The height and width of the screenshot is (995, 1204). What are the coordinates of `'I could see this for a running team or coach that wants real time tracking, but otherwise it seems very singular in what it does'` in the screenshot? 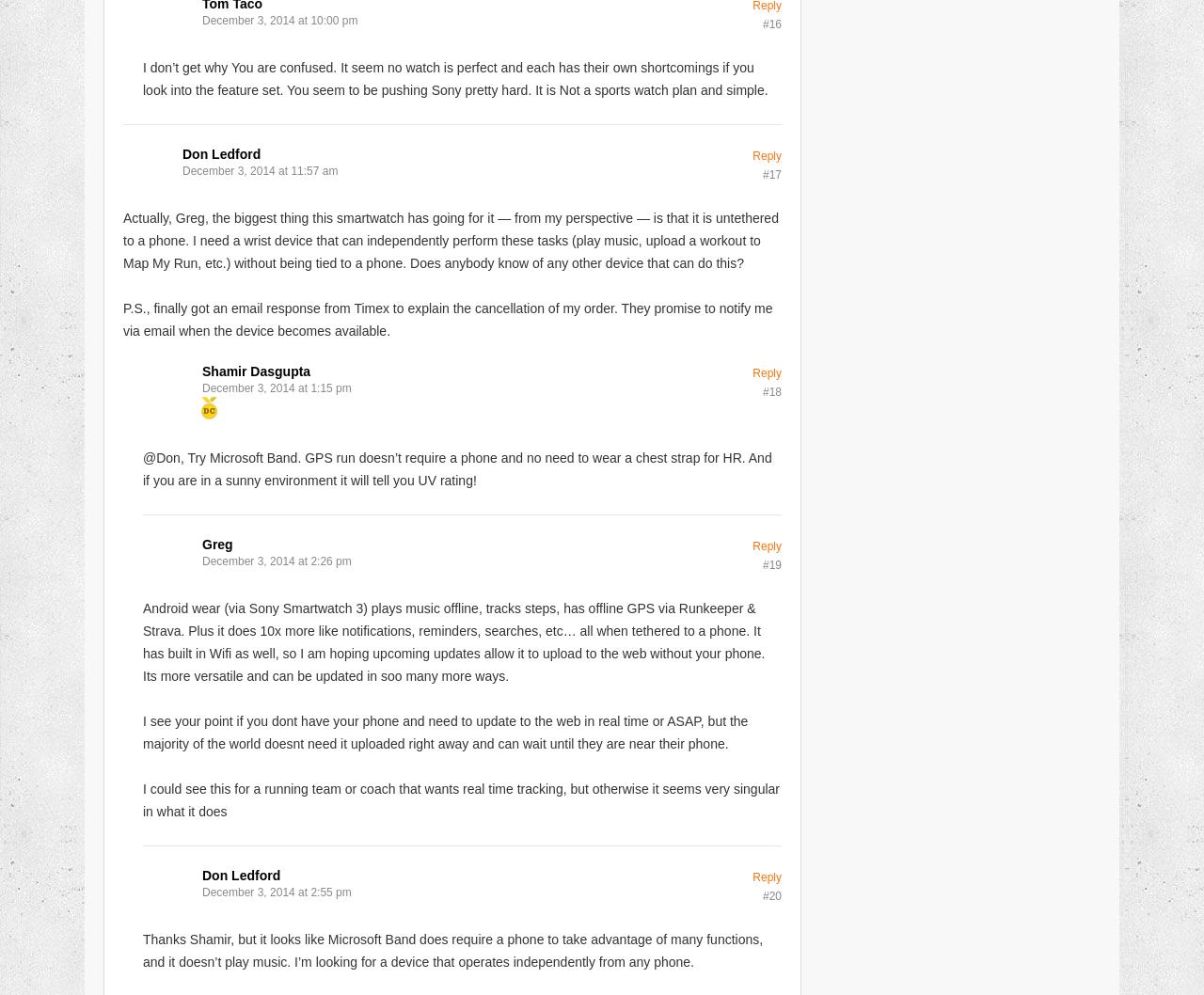 It's located at (460, 798).